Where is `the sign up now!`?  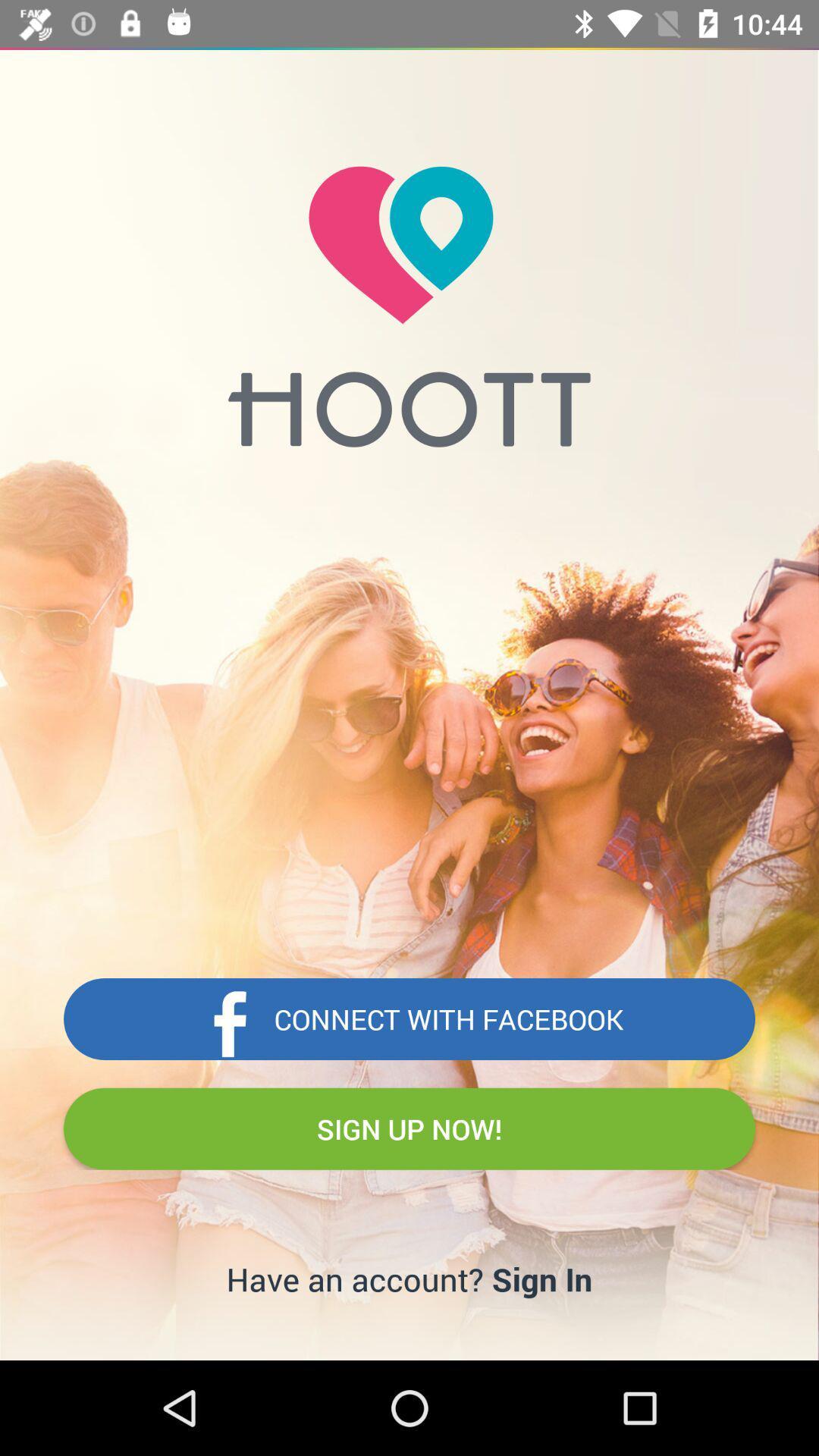
the sign up now! is located at coordinates (409, 1128).